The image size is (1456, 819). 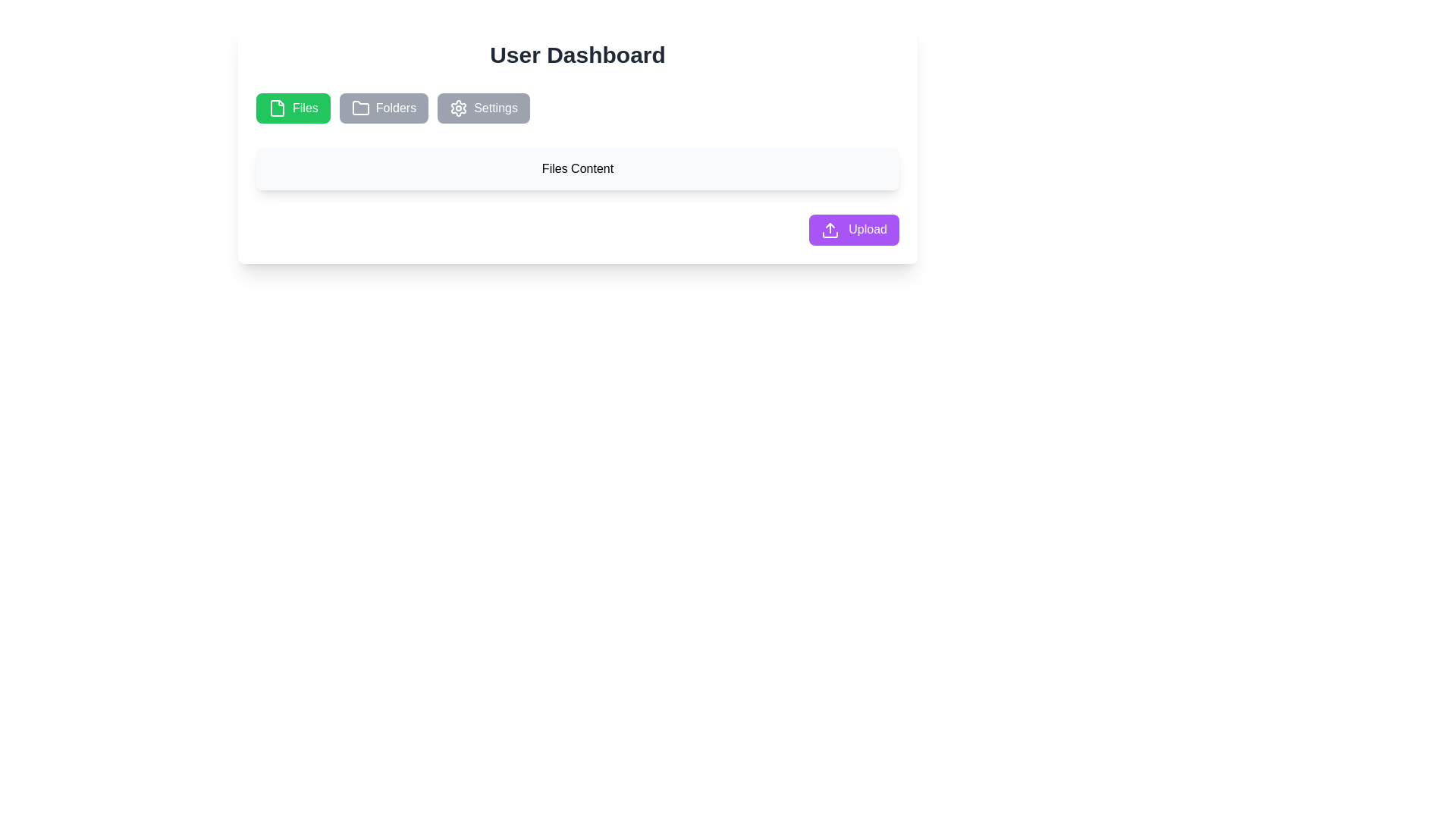 What do you see at coordinates (384, 107) in the screenshot?
I see `the middle button` at bounding box center [384, 107].